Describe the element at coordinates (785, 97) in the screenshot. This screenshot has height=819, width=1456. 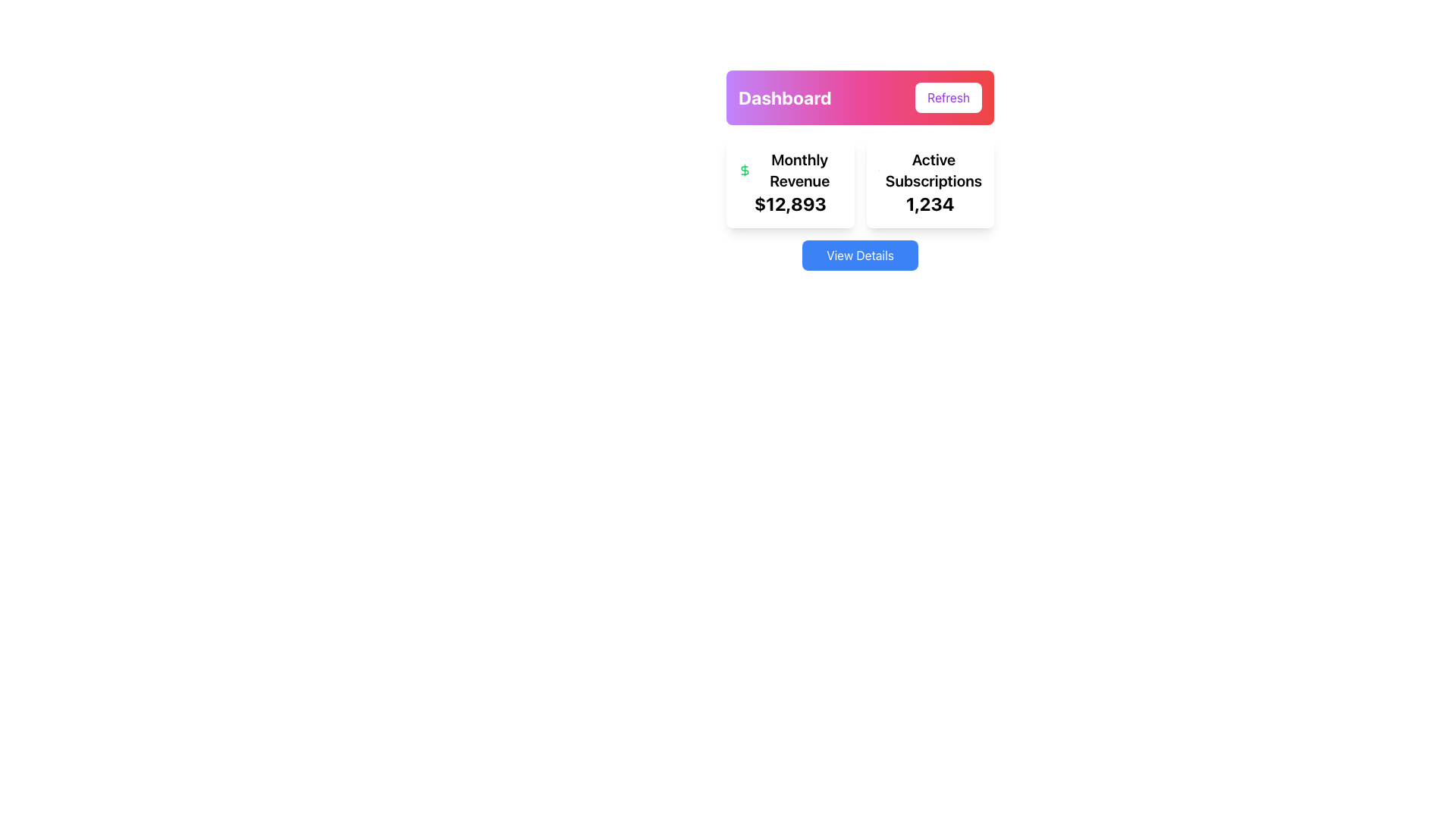
I see `the static text label that serves as a title or header, located to the left of the 'Refresh' button, within the top purple-to-red gradient box` at that location.